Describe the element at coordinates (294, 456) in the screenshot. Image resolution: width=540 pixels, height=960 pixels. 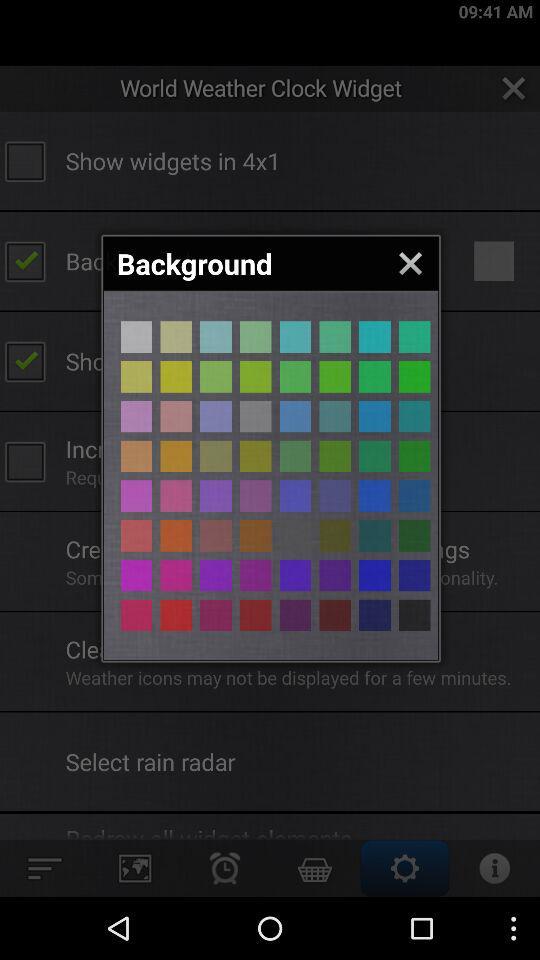
I see `background colour button` at that location.